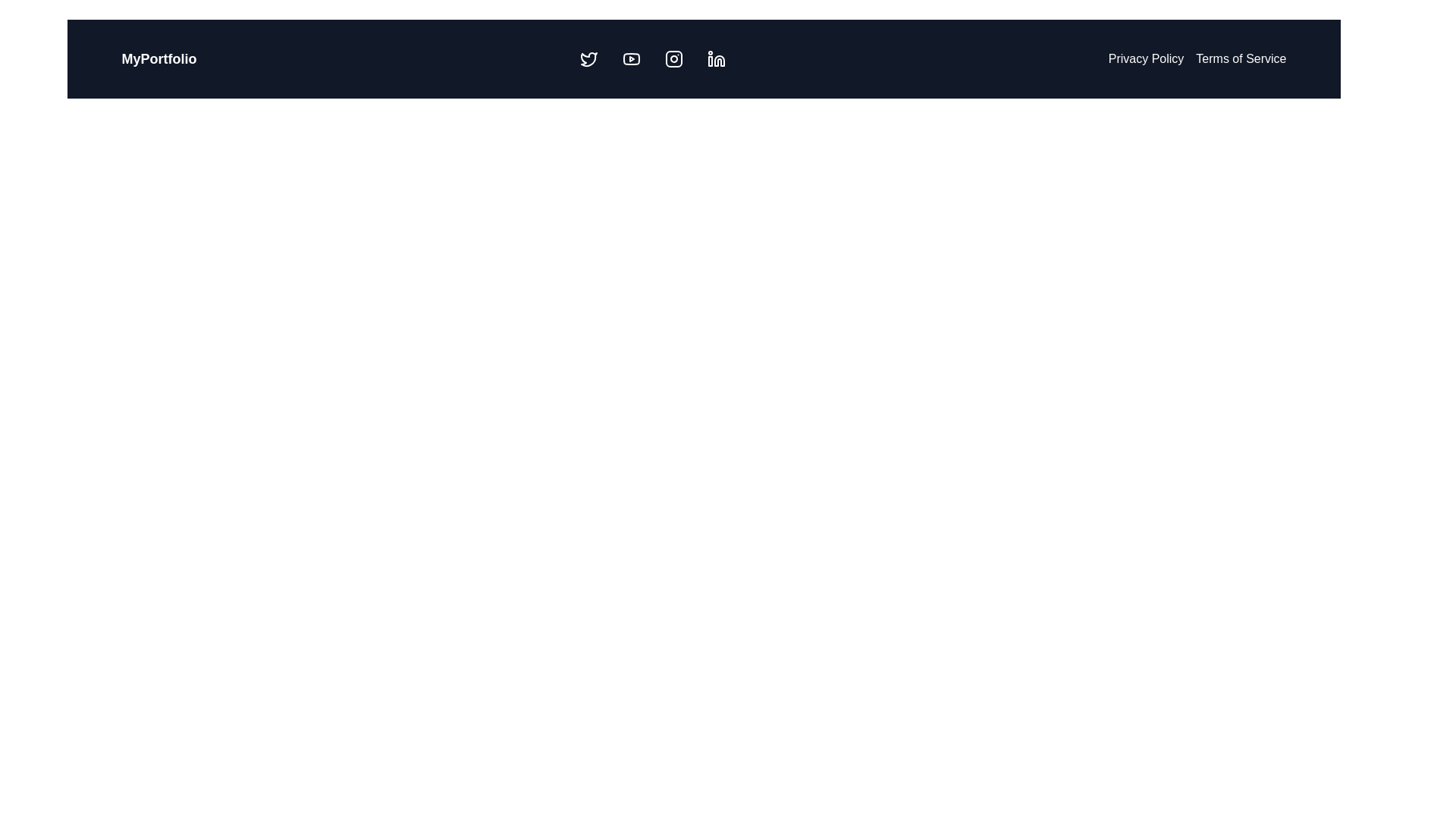 The height and width of the screenshot is (819, 1456). Describe the element at coordinates (652, 58) in the screenshot. I see `the horizontal navigation bar containing social media icons located centrally in the header section` at that location.